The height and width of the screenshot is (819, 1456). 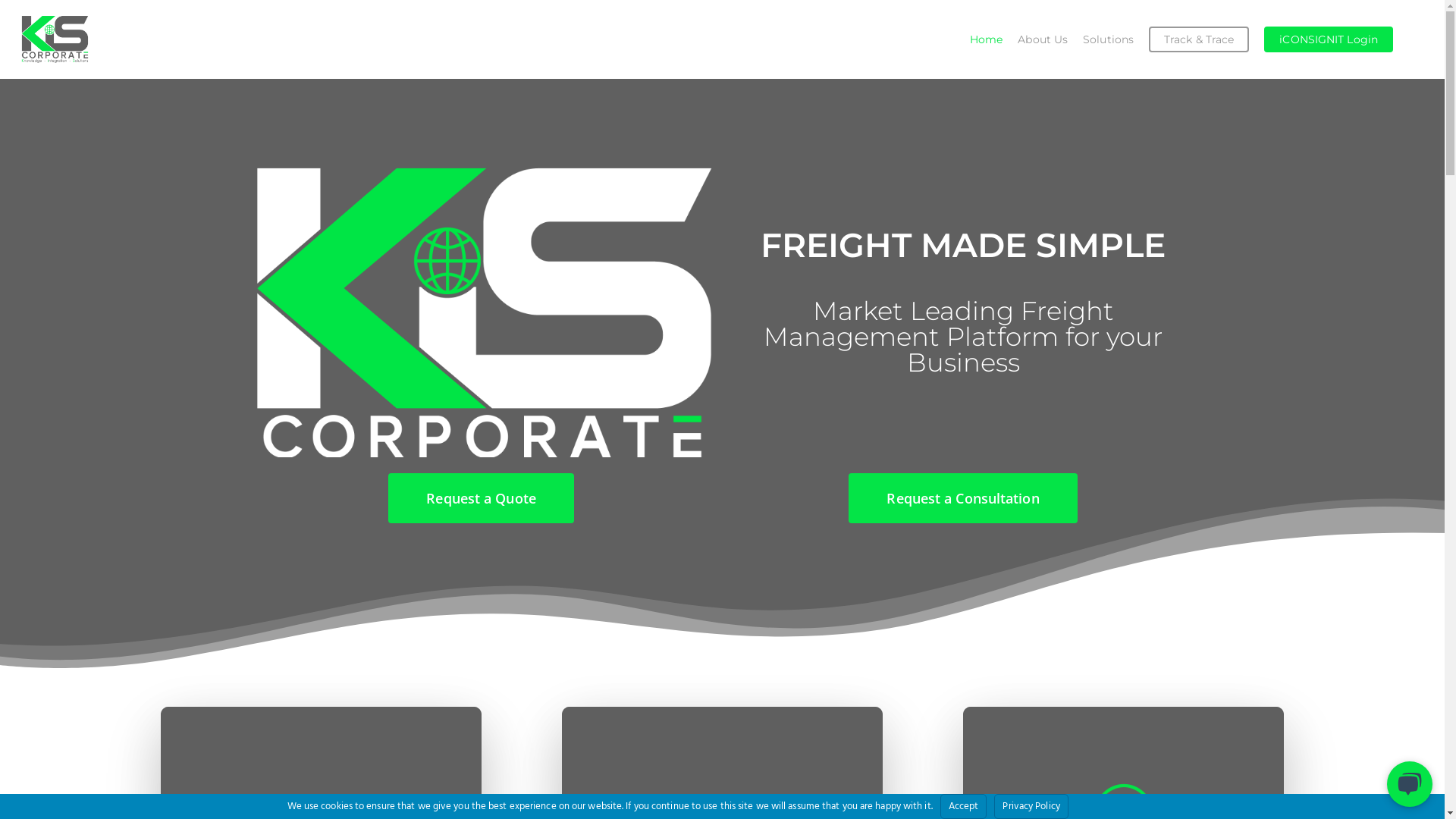 What do you see at coordinates (986, 38) in the screenshot?
I see `'Home'` at bounding box center [986, 38].